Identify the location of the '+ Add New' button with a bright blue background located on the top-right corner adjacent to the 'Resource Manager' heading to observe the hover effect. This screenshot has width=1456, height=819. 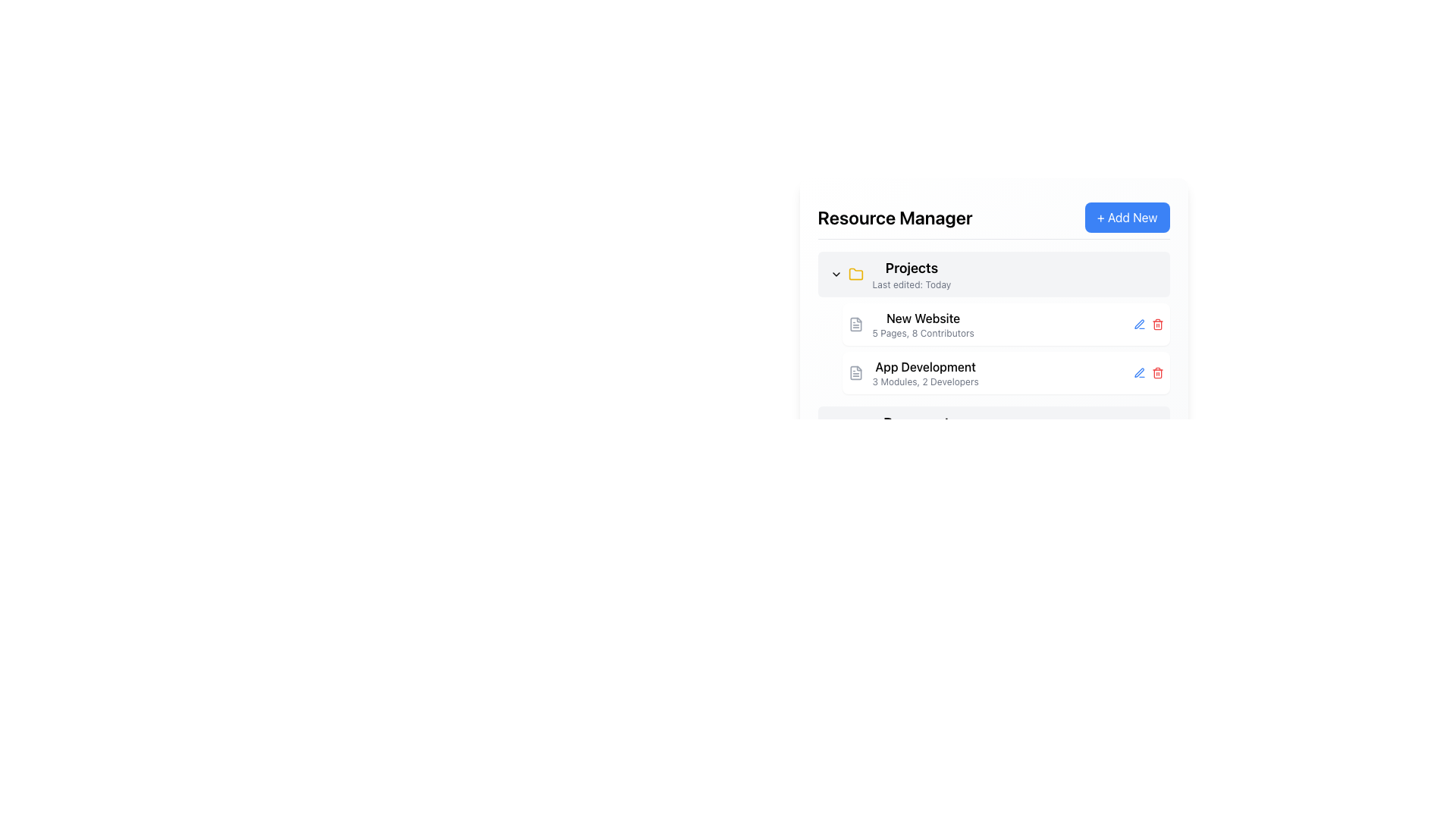
(1127, 217).